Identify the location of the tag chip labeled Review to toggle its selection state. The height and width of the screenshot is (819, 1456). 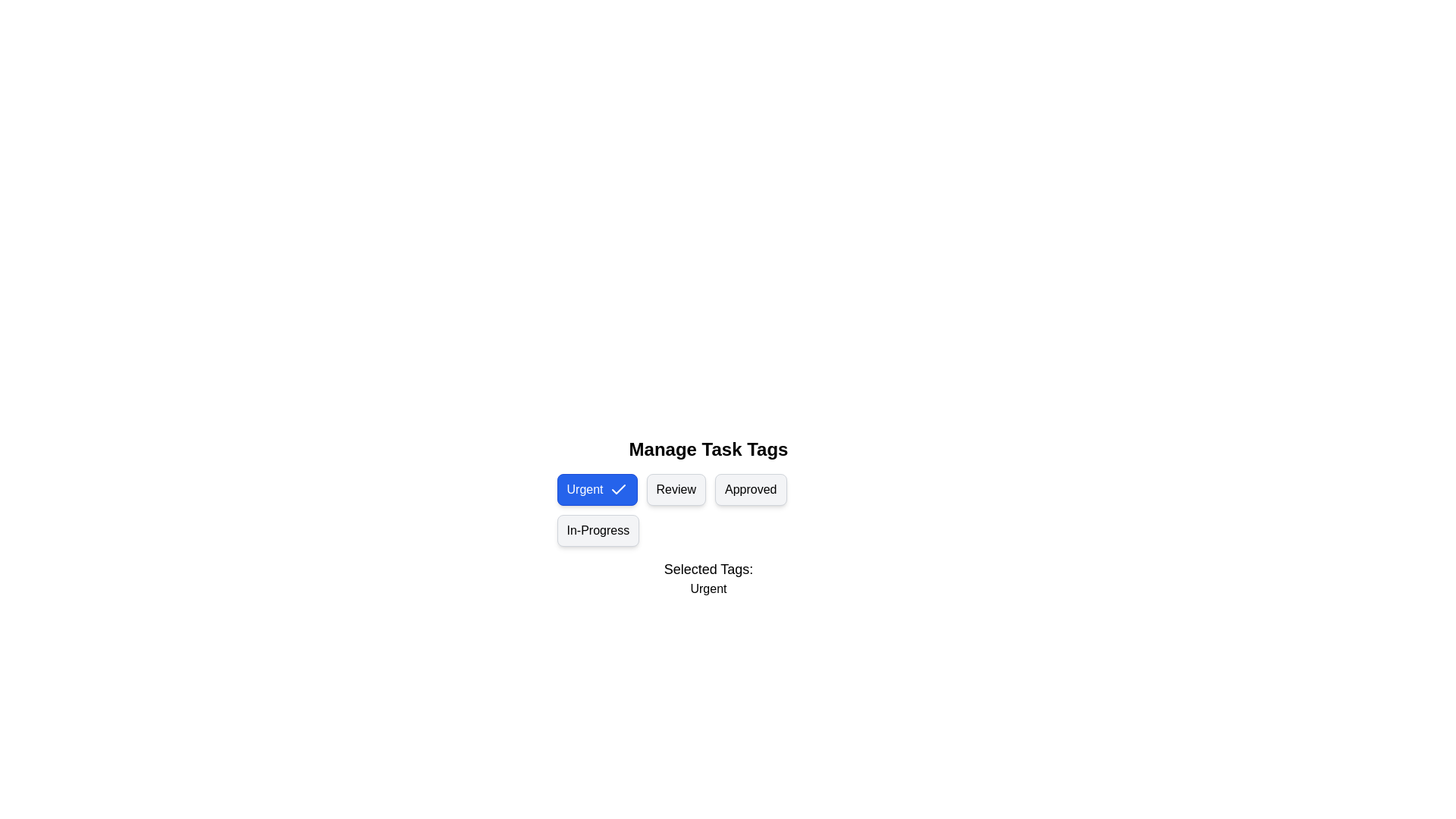
(675, 489).